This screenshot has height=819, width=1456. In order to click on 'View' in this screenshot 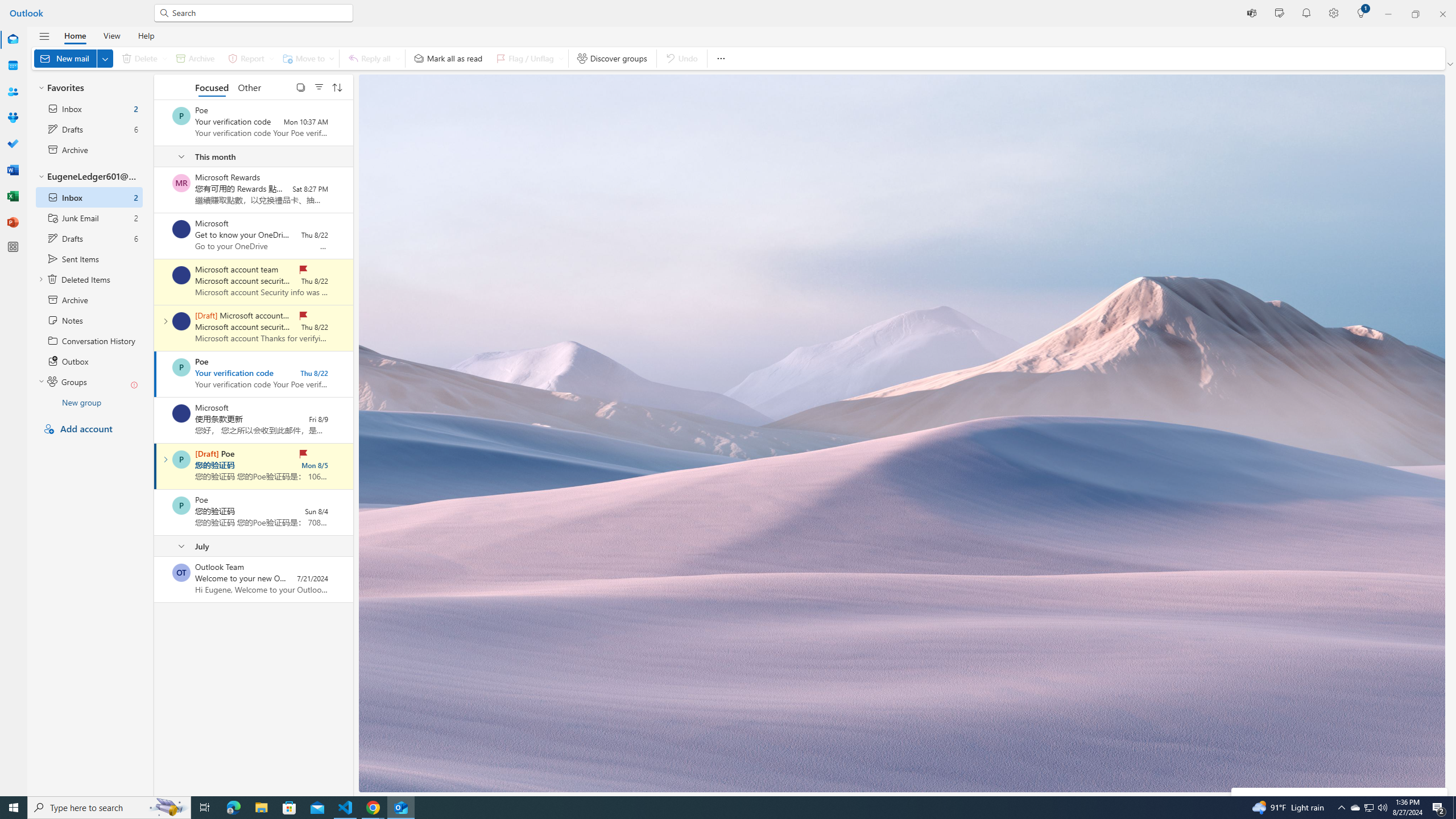, I will do `click(111, 35)`.